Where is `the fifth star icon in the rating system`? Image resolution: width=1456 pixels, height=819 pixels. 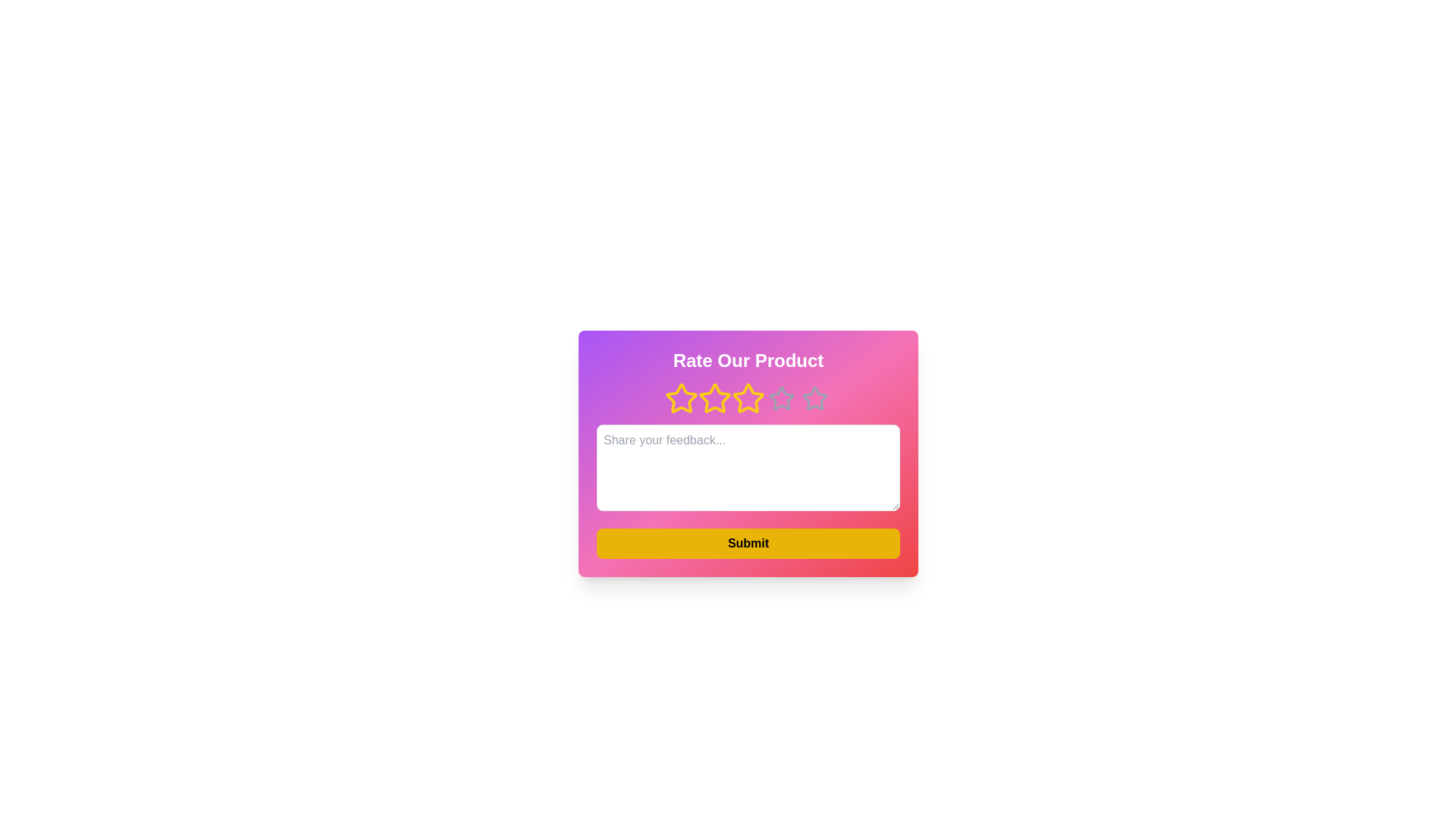
the fifth star icon in the rating system is located at coordinates (814, 397).